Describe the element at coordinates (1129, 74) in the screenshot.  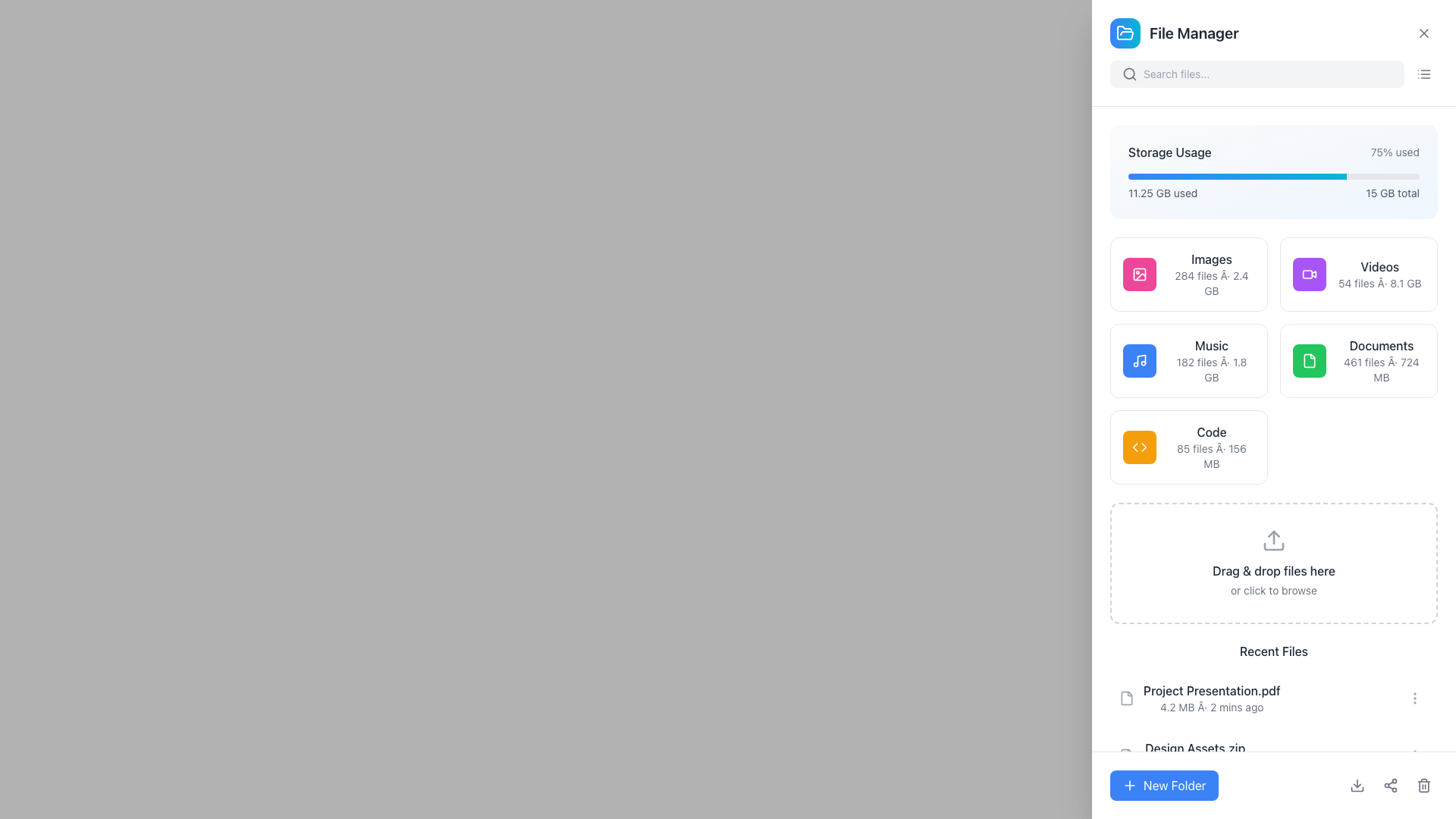
I see `the magnifying glass icon representing the search functionality, located on the left side of the text input field in the search bar` at that location.